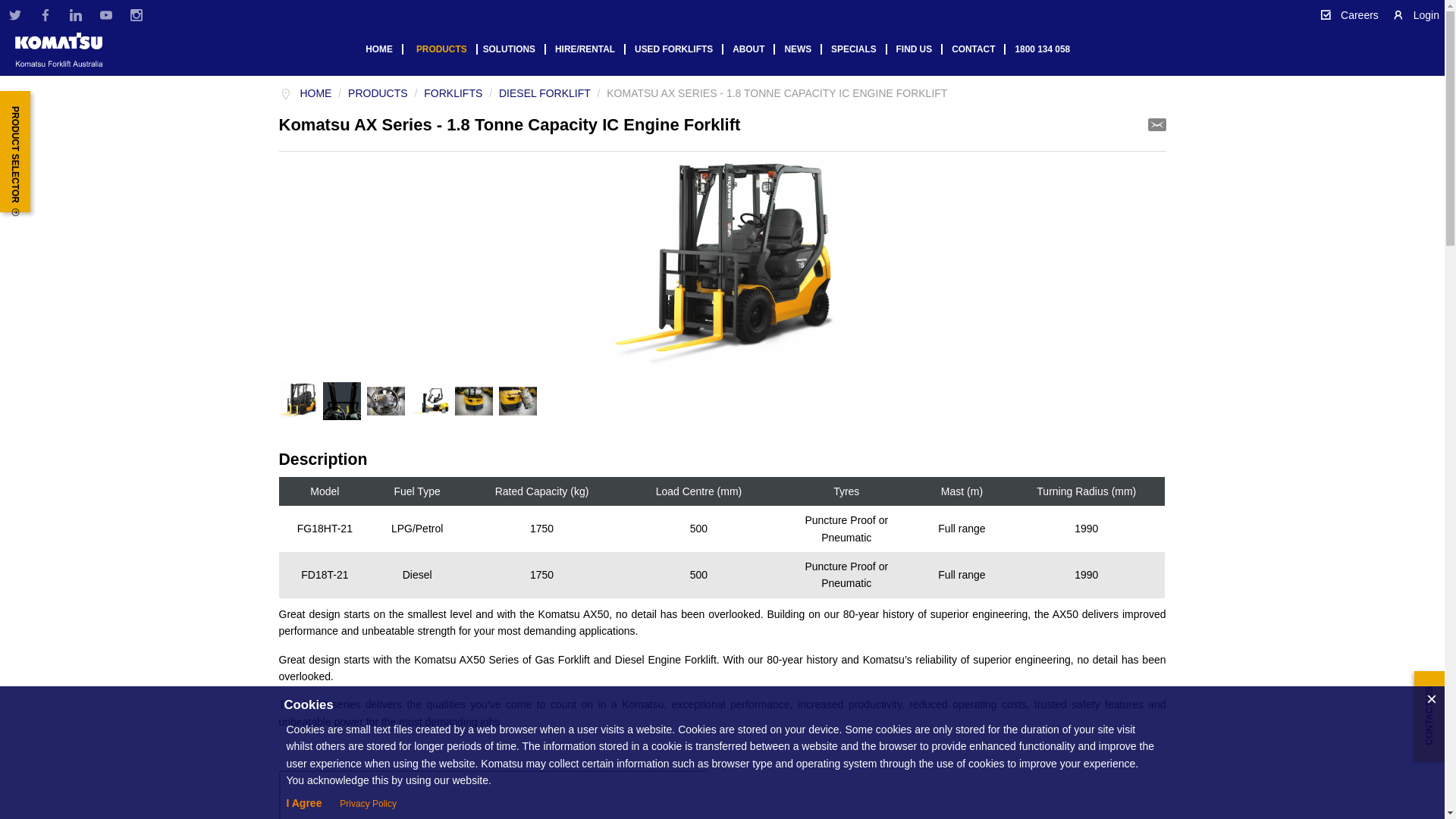 The height and width of the screenshot is (819, 1456). What do you see at coordinates (780, 49) in the screenshot?
I see `'NEWS'` at bounding box center [780, 49].